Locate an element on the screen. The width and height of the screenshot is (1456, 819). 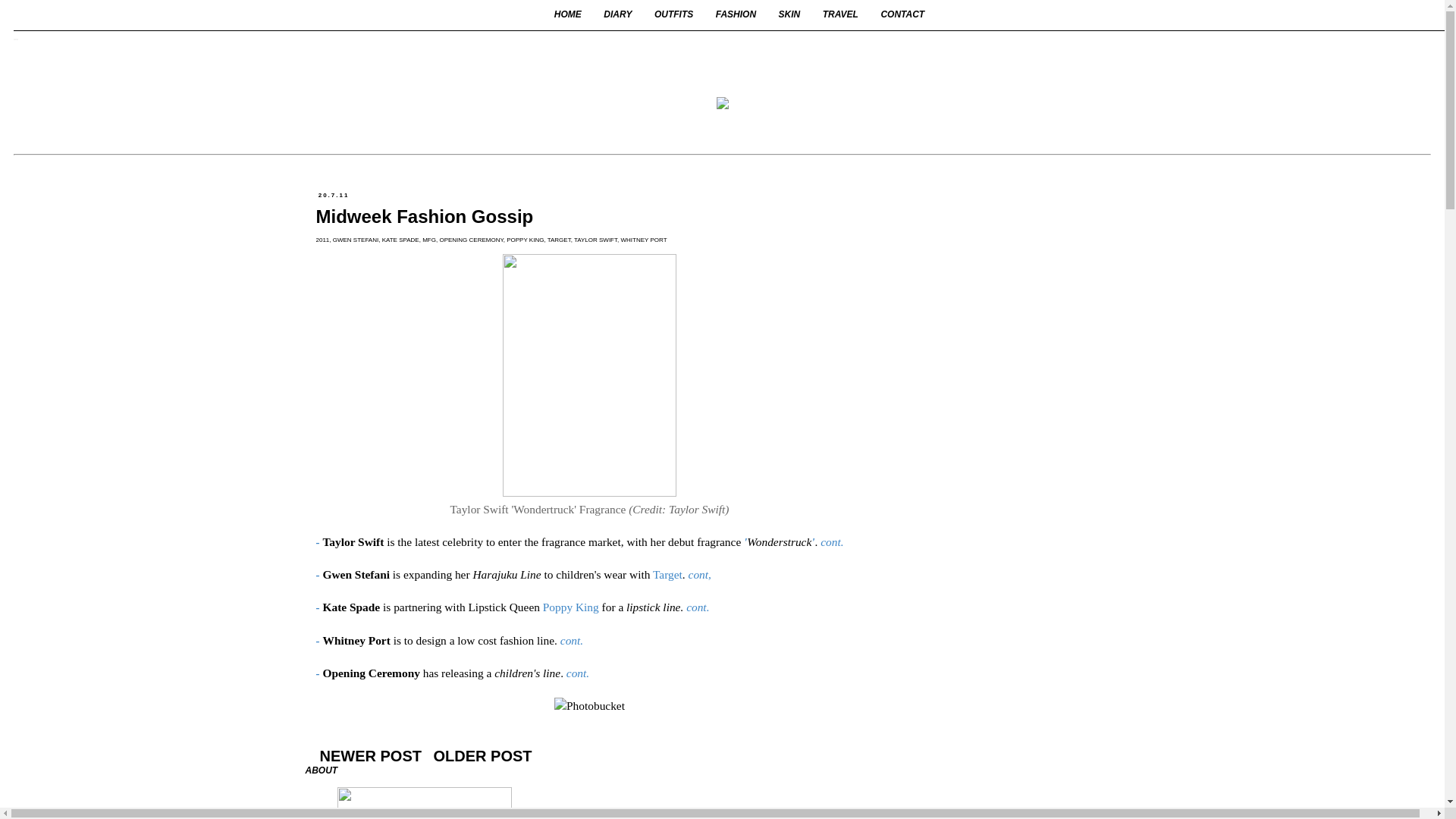
'MFG' is located at coordinates (422, 239).